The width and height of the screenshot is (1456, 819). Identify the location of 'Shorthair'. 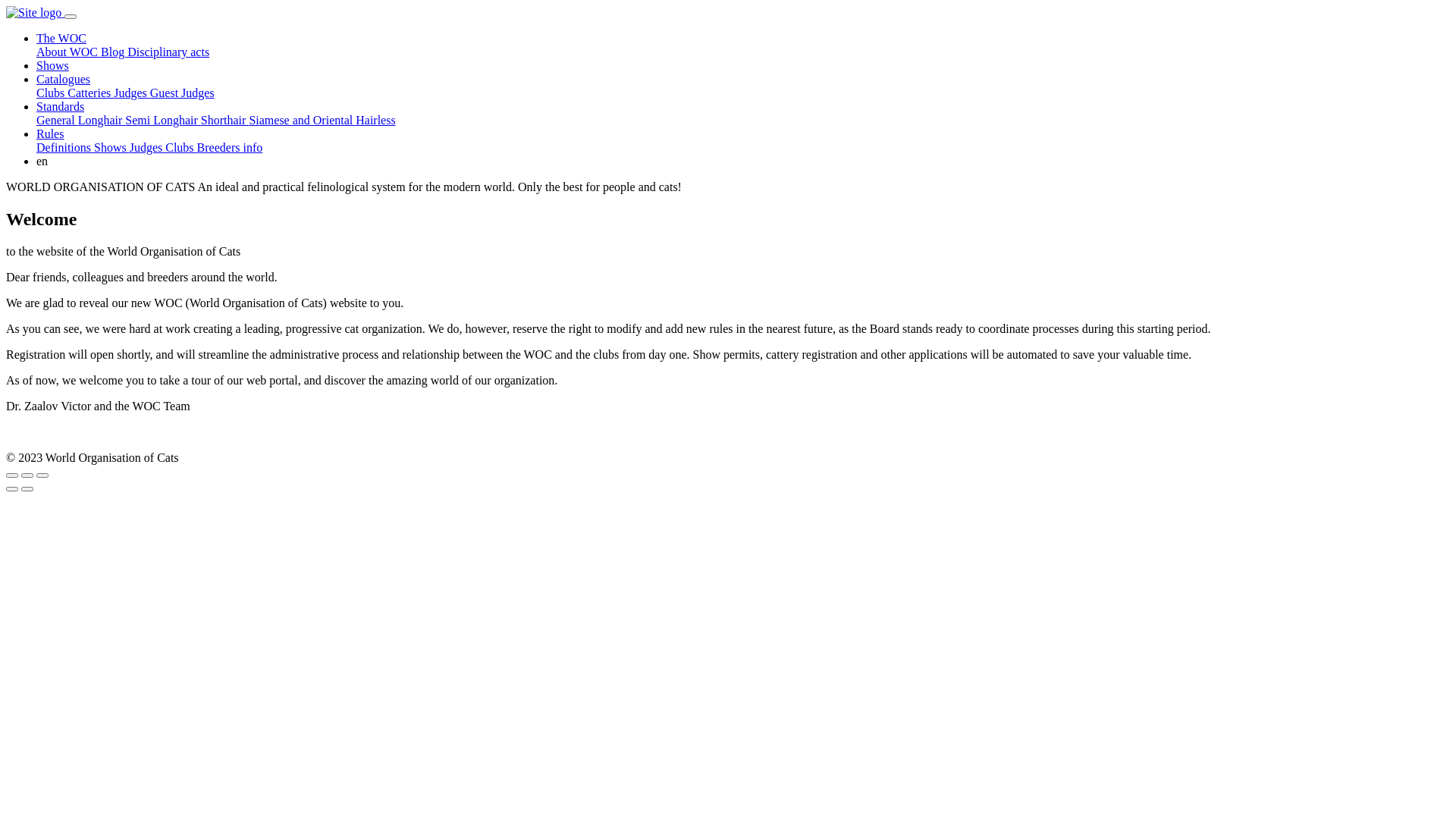
(199, 119).